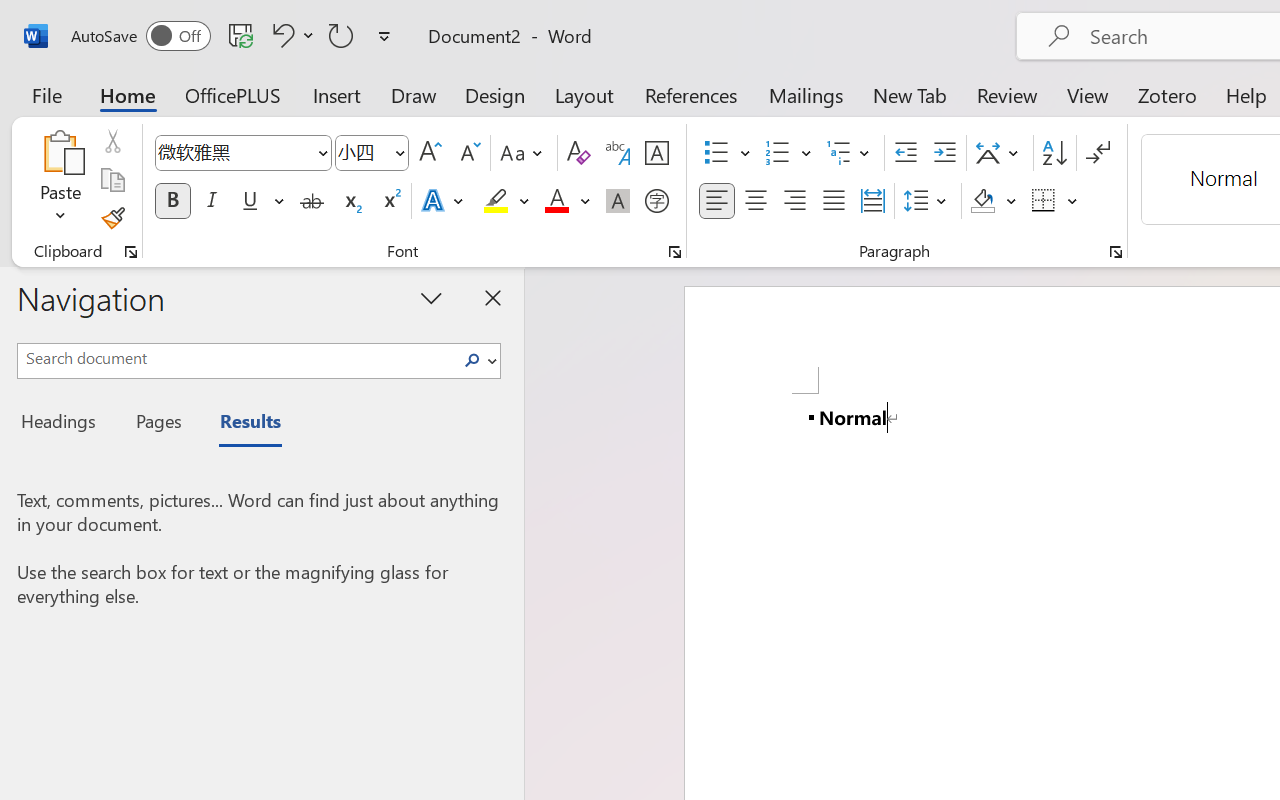 Image resolution: width=1280 pixels, height=800 pixels. I want to click on 'Align Left', so click(716, 201).